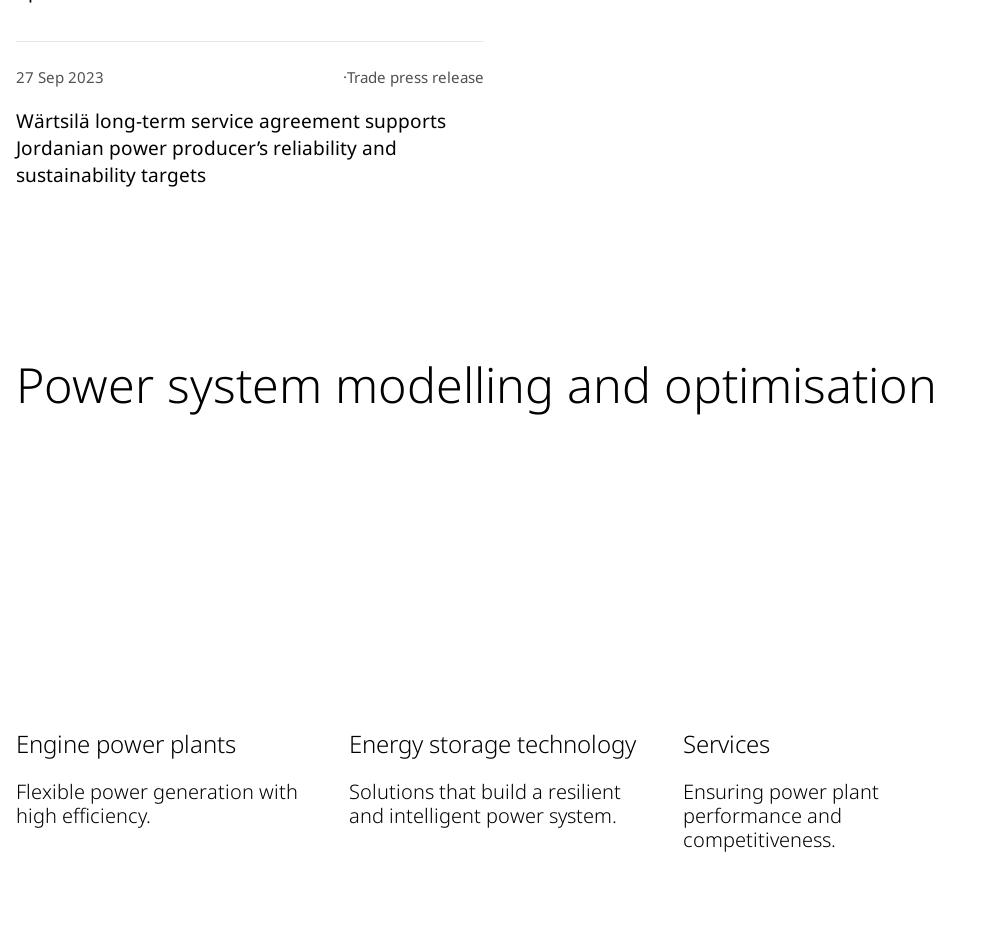 The image size is (1000, 944). What do you see at coordinates (724, 742) in the screenshot?
I see `'Services'` at bounding box center [724, 742].